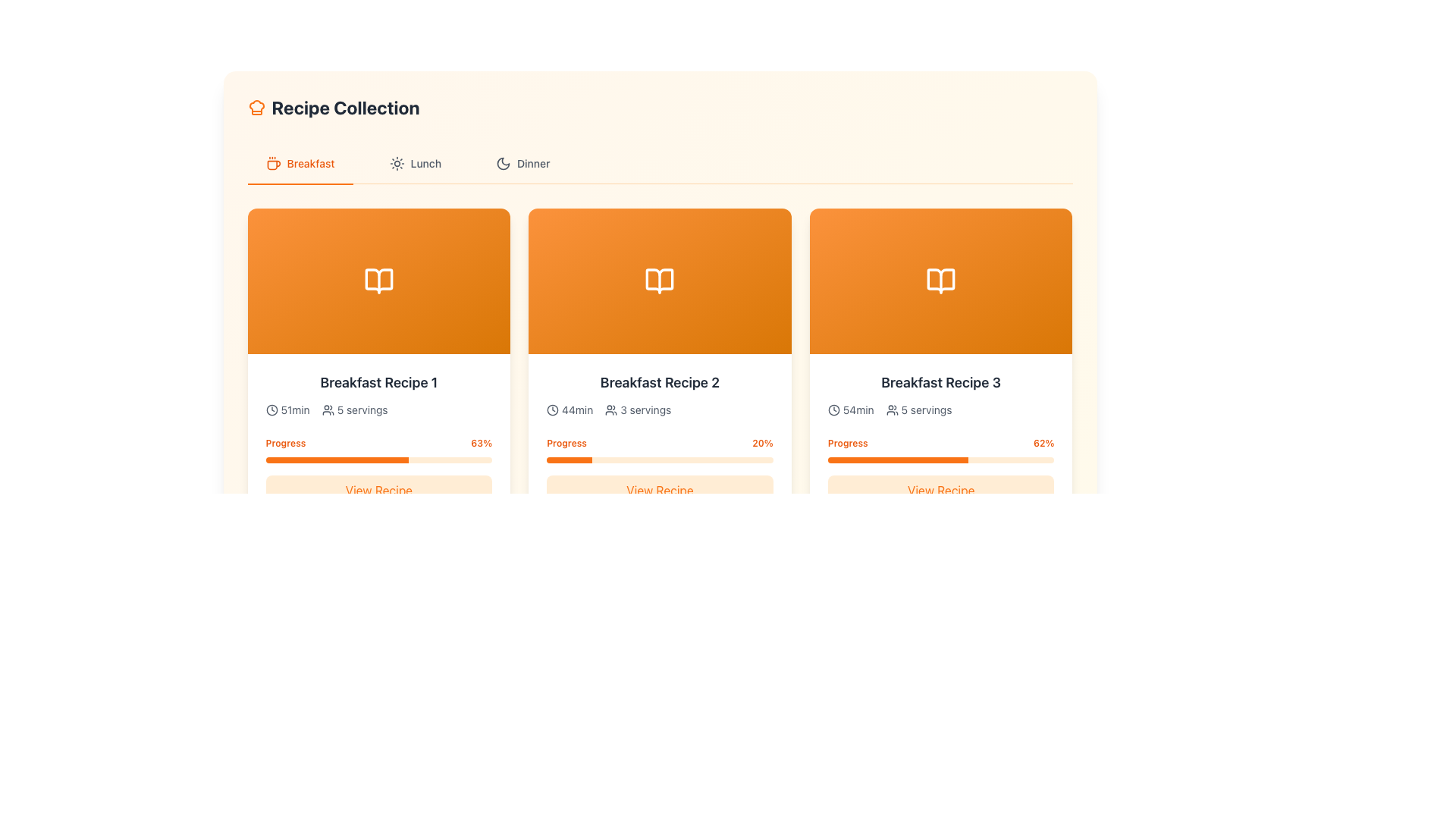  What do you see at coordinates (415, 164) in the screenshot?
I see `the 'Lunch' navigation button located in the middle of the three-item menu at the top of the interface` at bounding box center [415, 164].